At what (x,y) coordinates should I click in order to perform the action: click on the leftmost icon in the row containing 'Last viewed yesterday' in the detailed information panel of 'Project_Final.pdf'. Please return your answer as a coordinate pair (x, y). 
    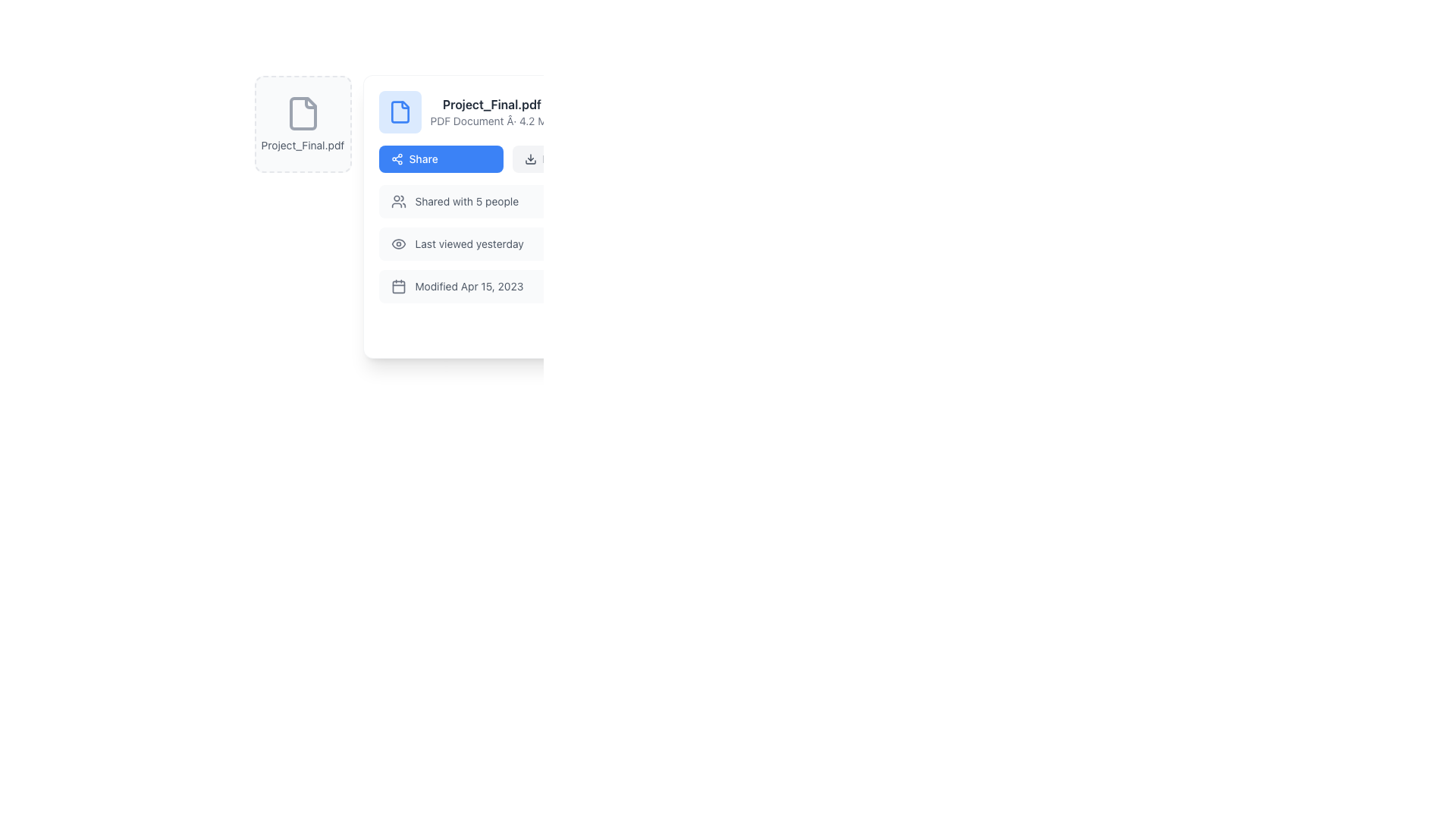
    Looking at the image, I should click on (398, 243).